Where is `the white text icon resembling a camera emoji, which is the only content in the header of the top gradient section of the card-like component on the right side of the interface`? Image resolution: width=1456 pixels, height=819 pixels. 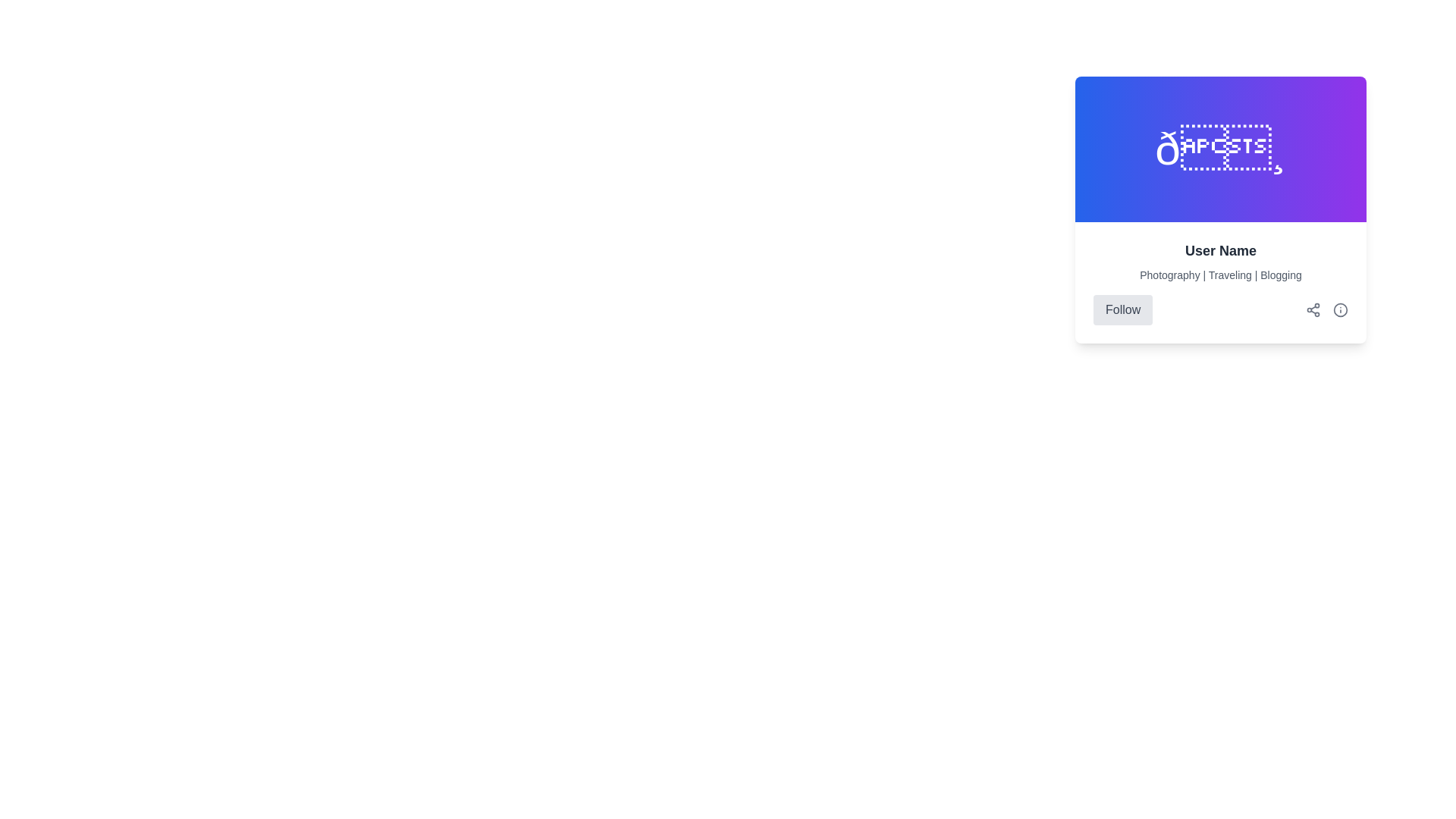 the white text icon resembling a camera emoji, which is the only content in the header of the top gradient section of the card-like component on the right side of the interface is located at coordinates (1220, 149).